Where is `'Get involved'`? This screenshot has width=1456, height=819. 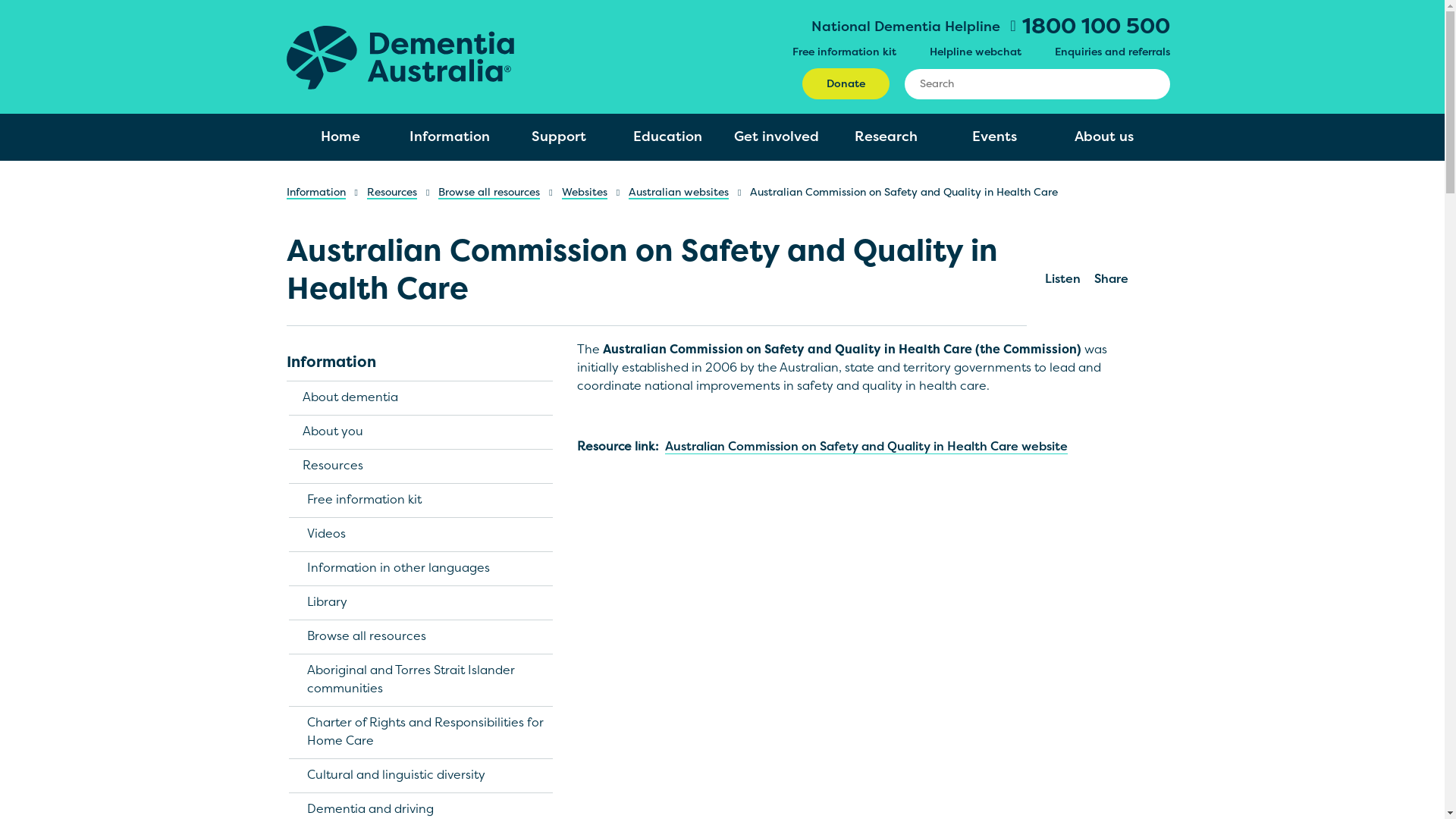 'Get involved' is located at coordinates (776, 137).